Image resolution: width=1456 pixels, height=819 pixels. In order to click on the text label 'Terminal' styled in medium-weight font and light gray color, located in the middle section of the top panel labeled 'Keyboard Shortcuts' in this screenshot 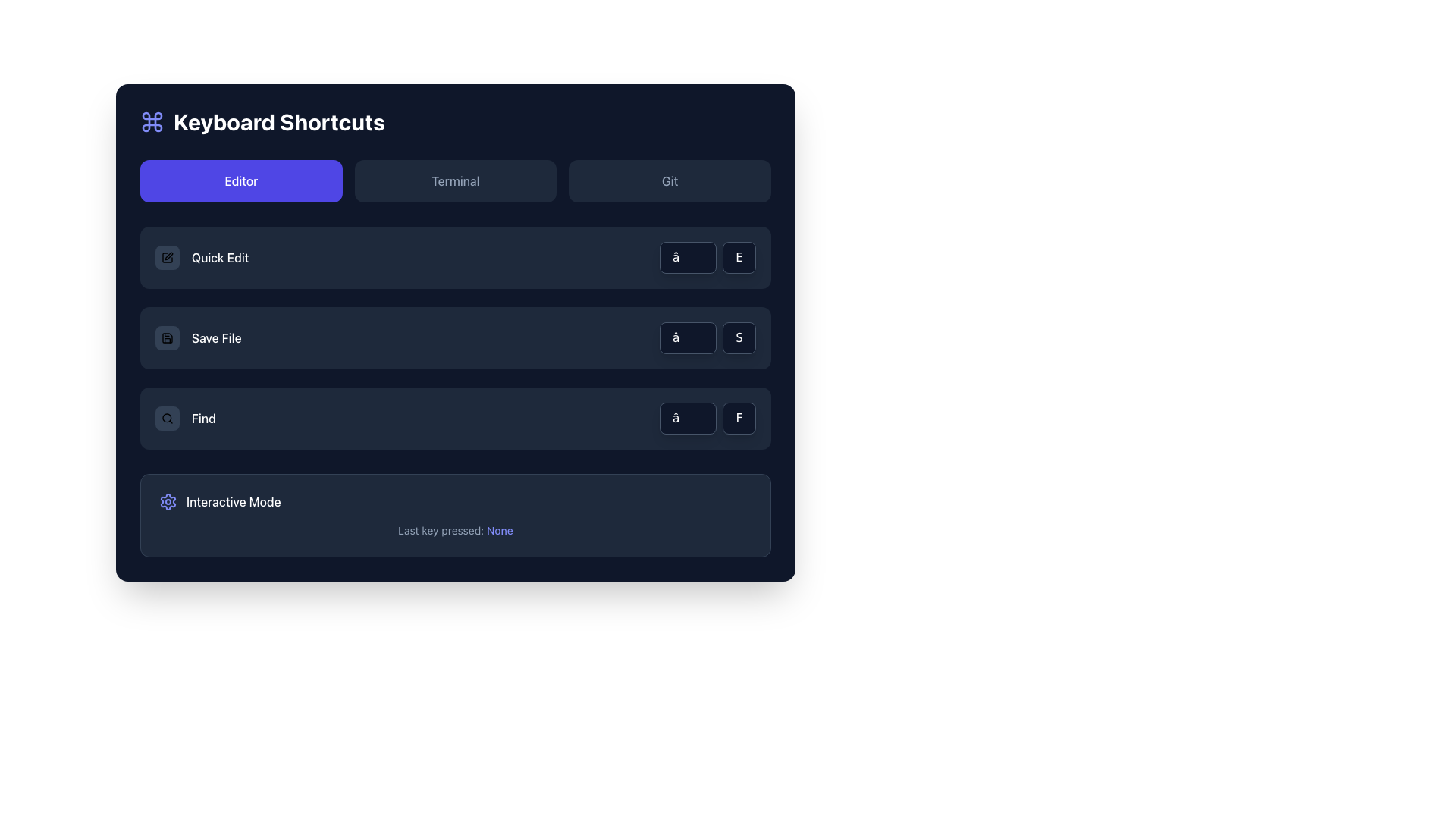, I will do `click(454, 180)`.